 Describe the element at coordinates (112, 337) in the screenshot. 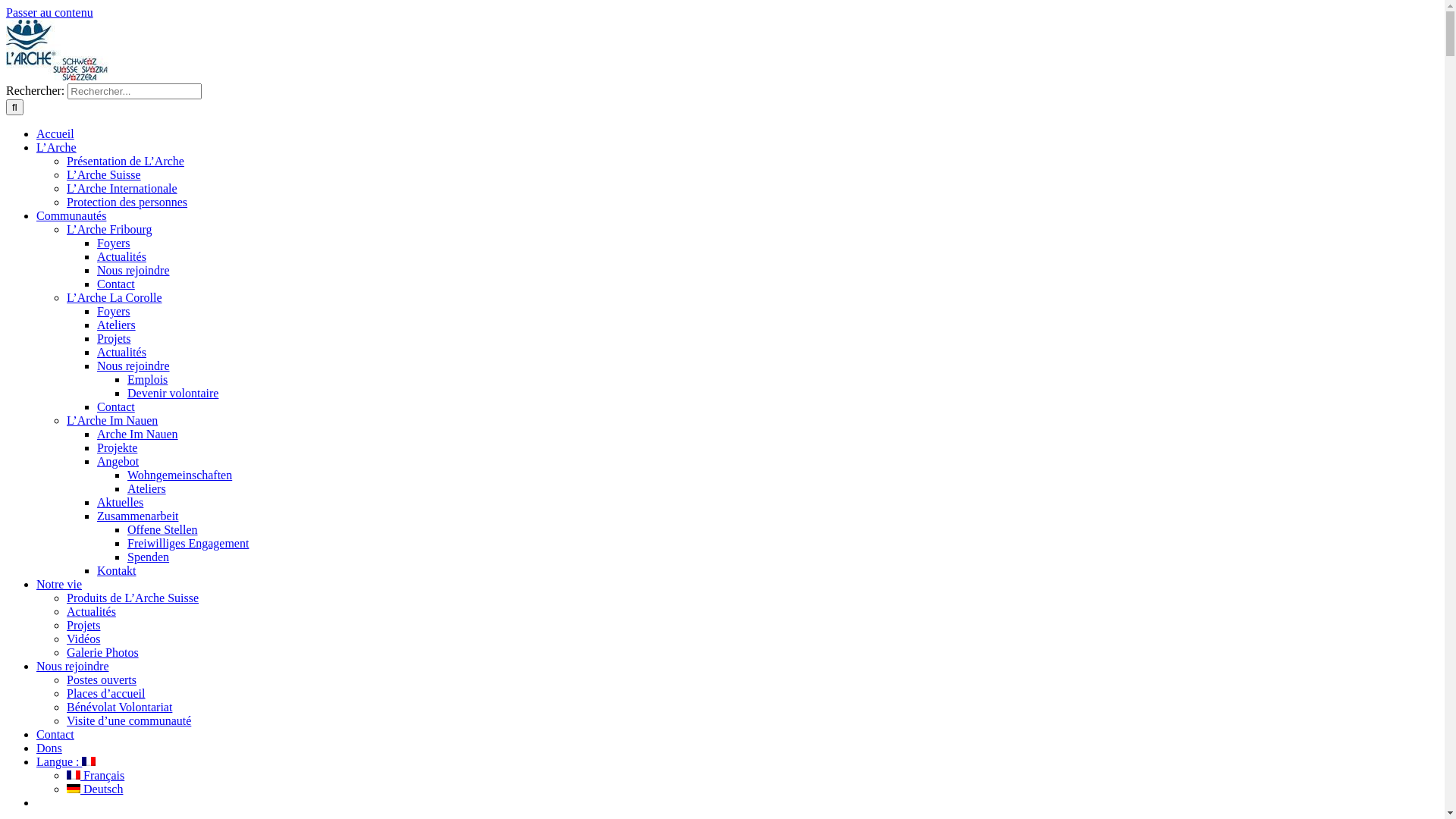

I see `'Projets'` at that location.